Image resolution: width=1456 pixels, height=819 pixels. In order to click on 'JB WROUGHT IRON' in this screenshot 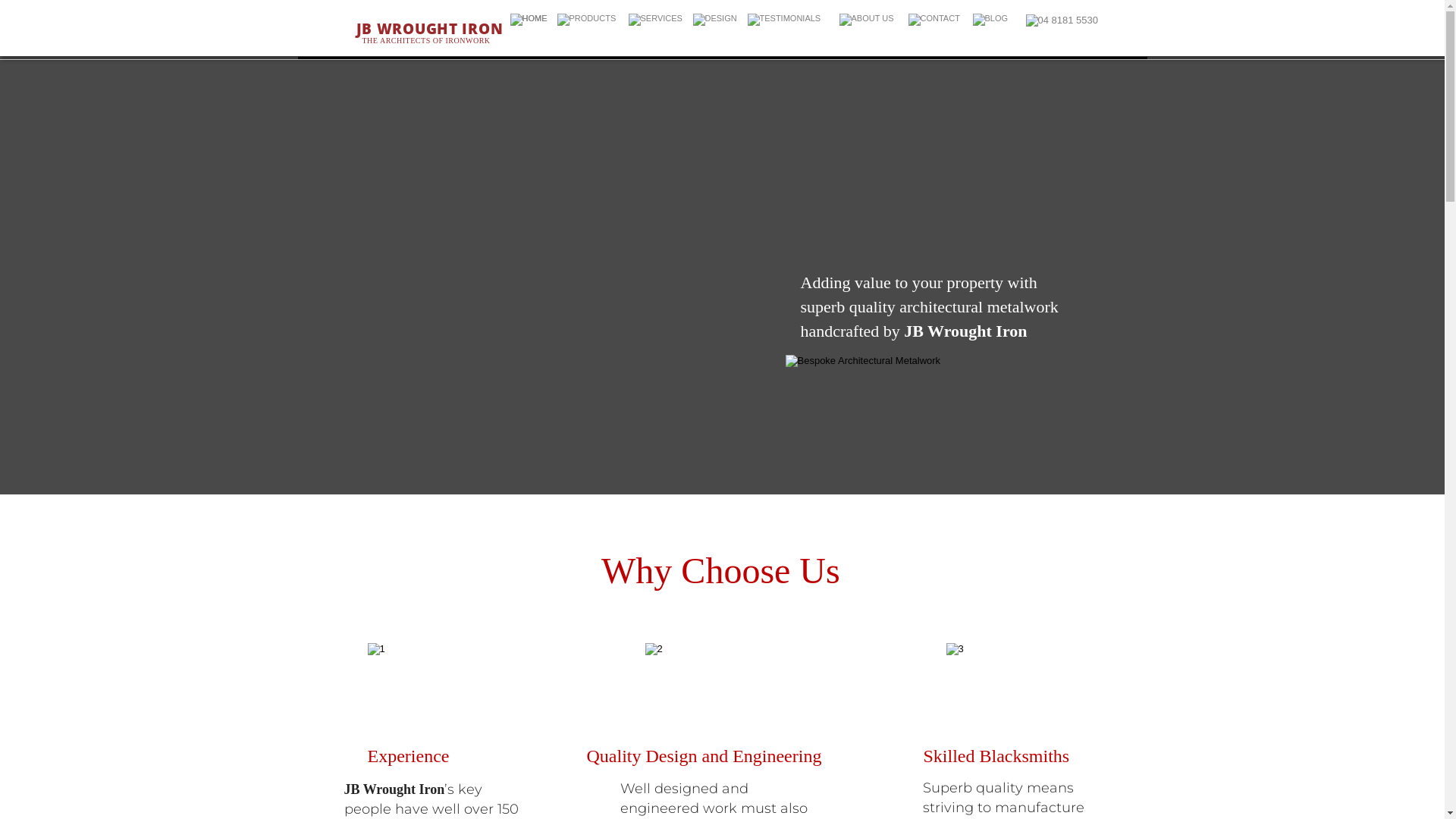, I will do `click(356, 29)`.